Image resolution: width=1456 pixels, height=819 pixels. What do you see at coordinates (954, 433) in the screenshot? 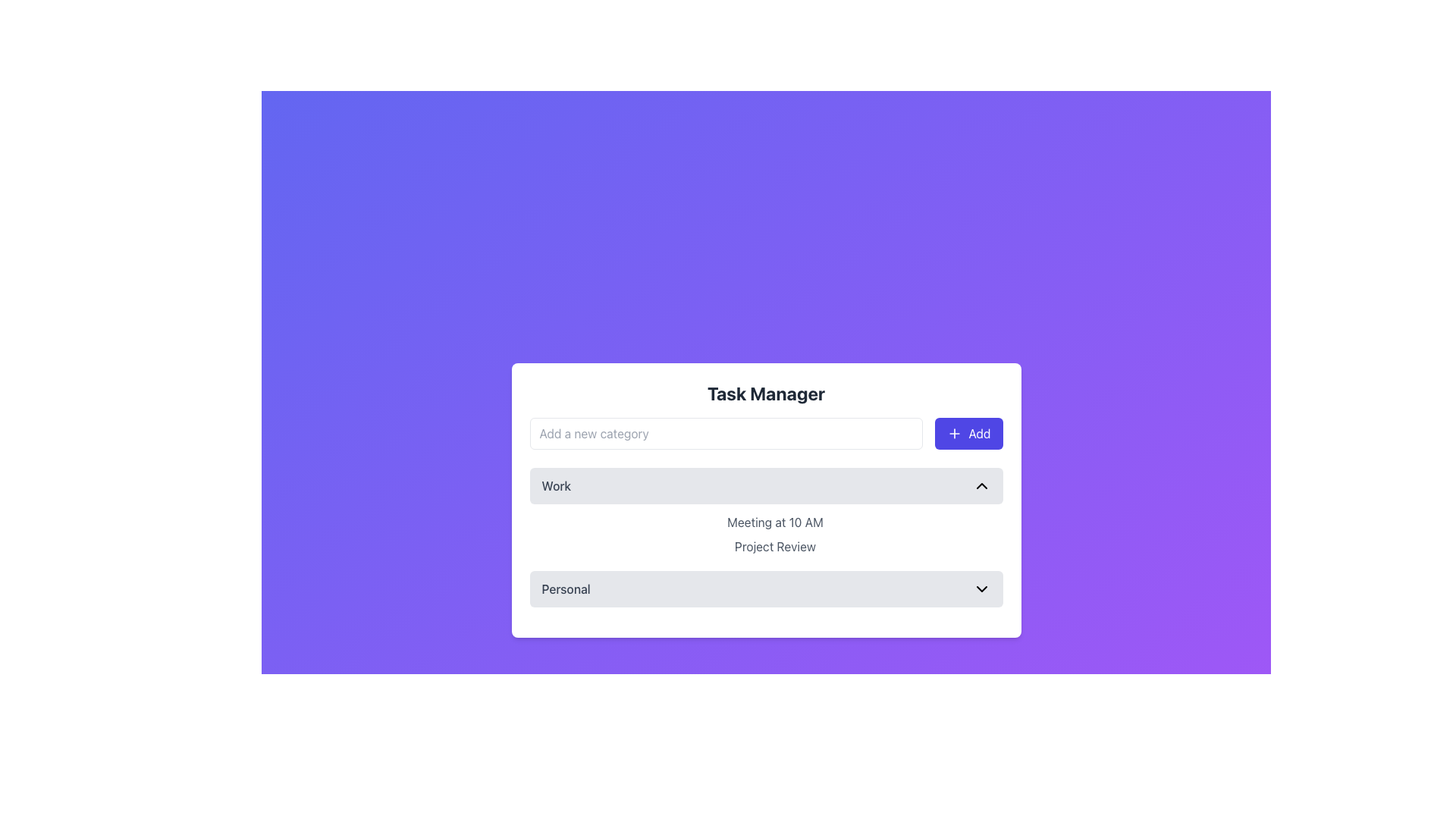
I see `the 'Add' button which contains a minimalistic plus sign SVG icon located towards the top-right of the button in the Task Manager interface` at bounding box center [954, 433].